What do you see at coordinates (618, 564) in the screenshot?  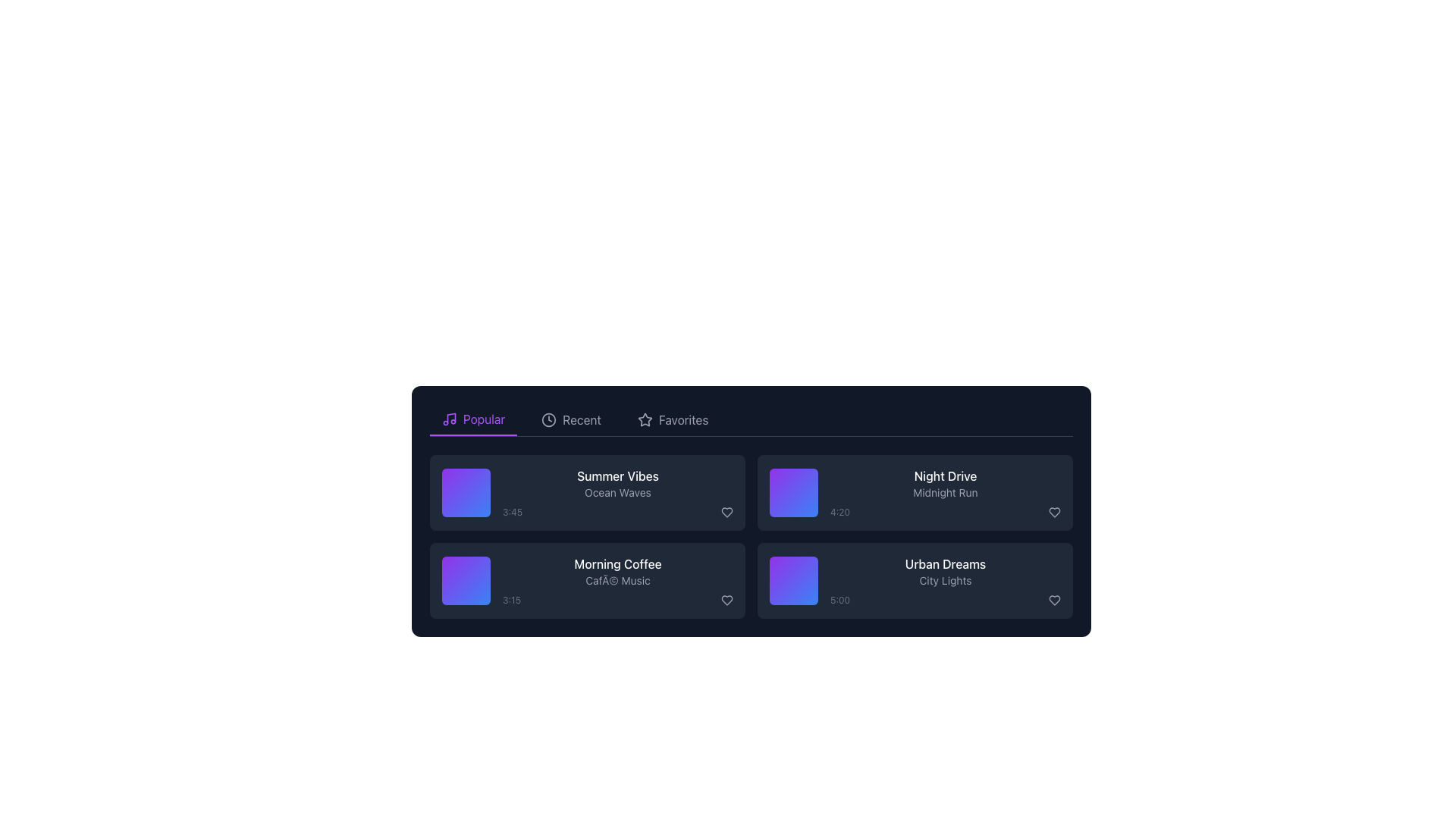 I see `the text label displaying the title 'Morning Coffee' located in the second row and second column of the grid layout, above the subtitle 'Café Music'` at bounding box center [618, 564].